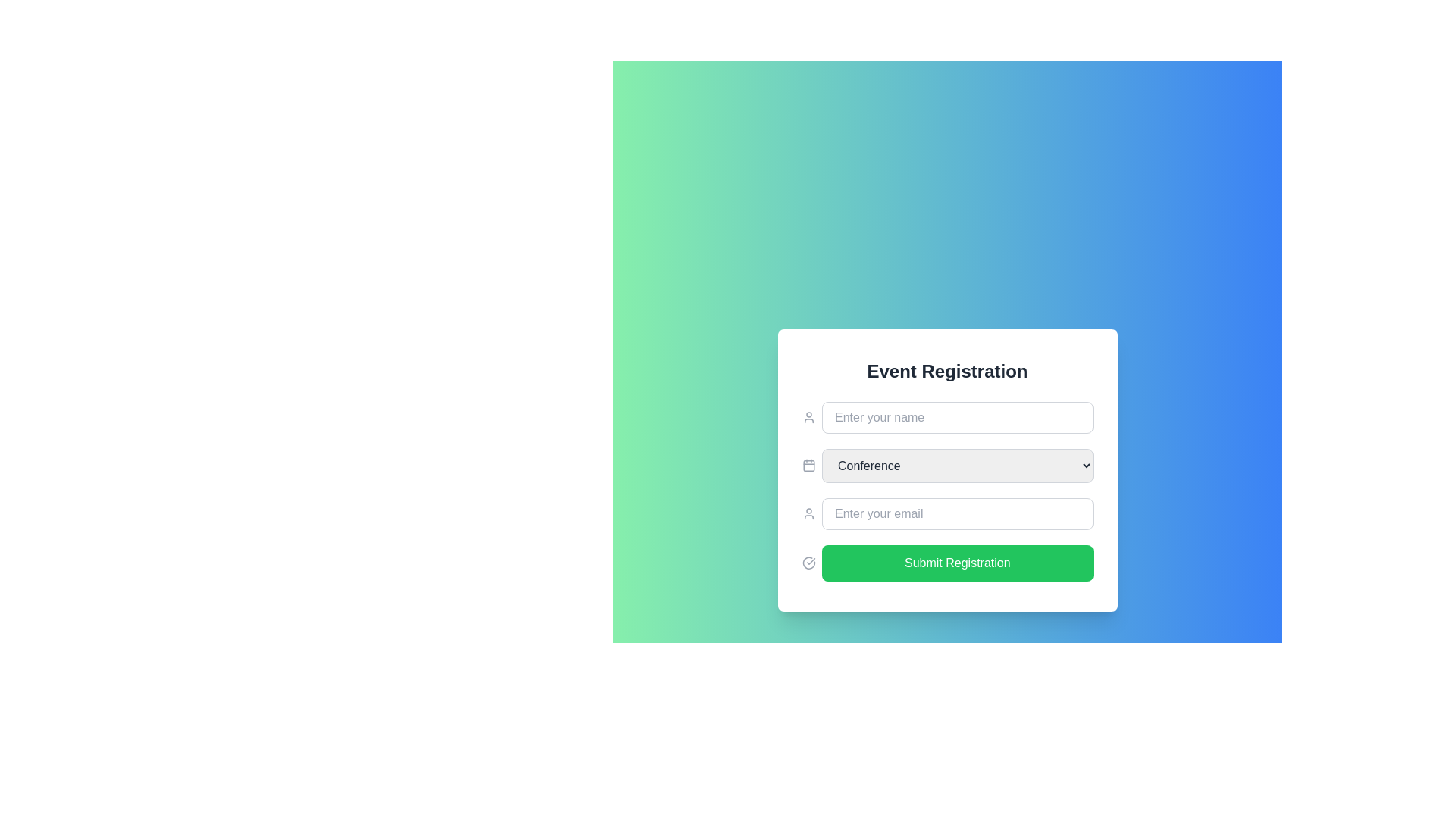 The height and width of the screenshot is (819, 1456). I want to click on the Text label at the top of the event registration form, which serves as the heading indicating the purpose of the form, so click(946, 371).